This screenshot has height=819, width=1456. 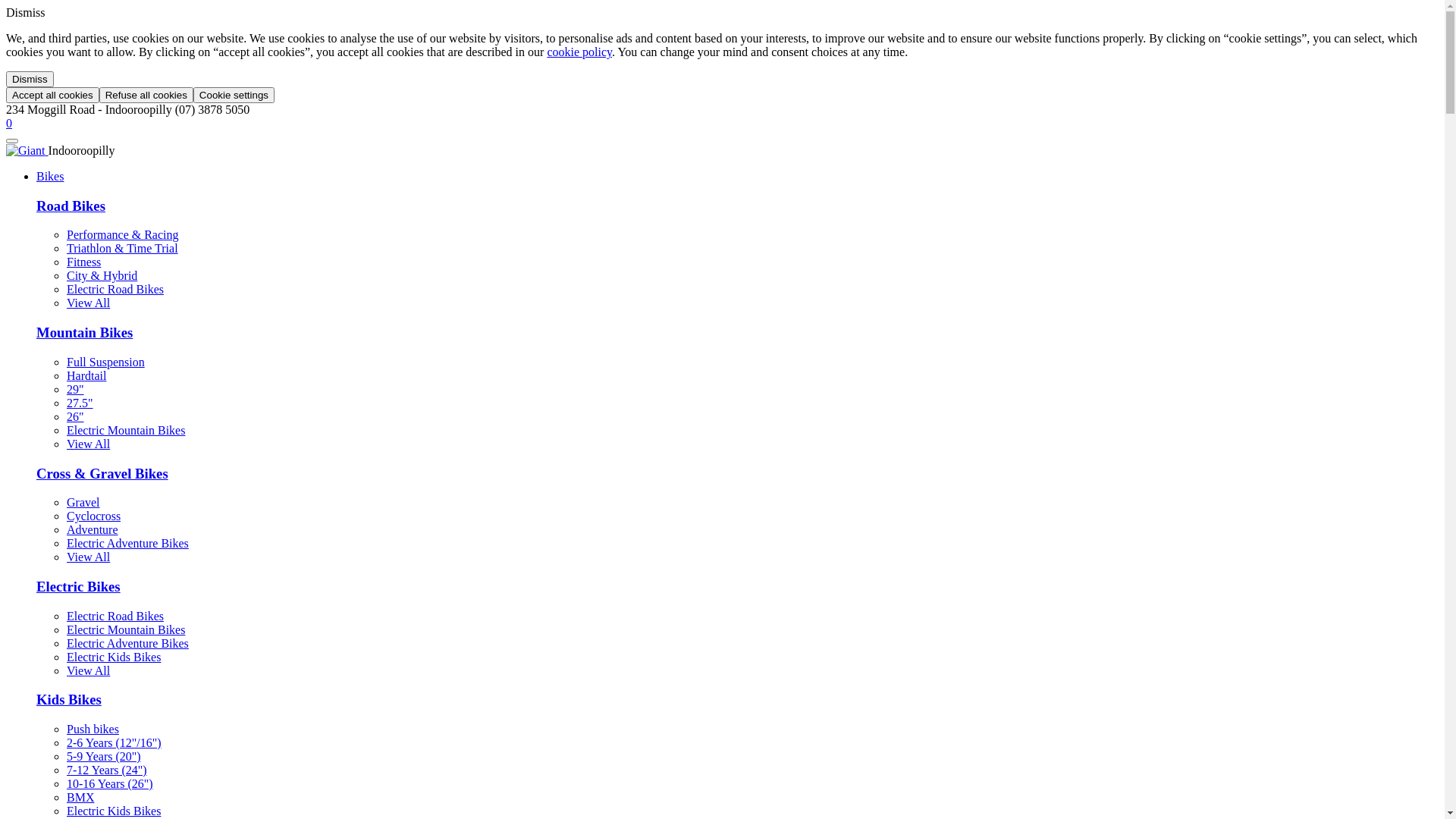 I want to click on '7-12 Years (24")', so click(x=105, y=770).